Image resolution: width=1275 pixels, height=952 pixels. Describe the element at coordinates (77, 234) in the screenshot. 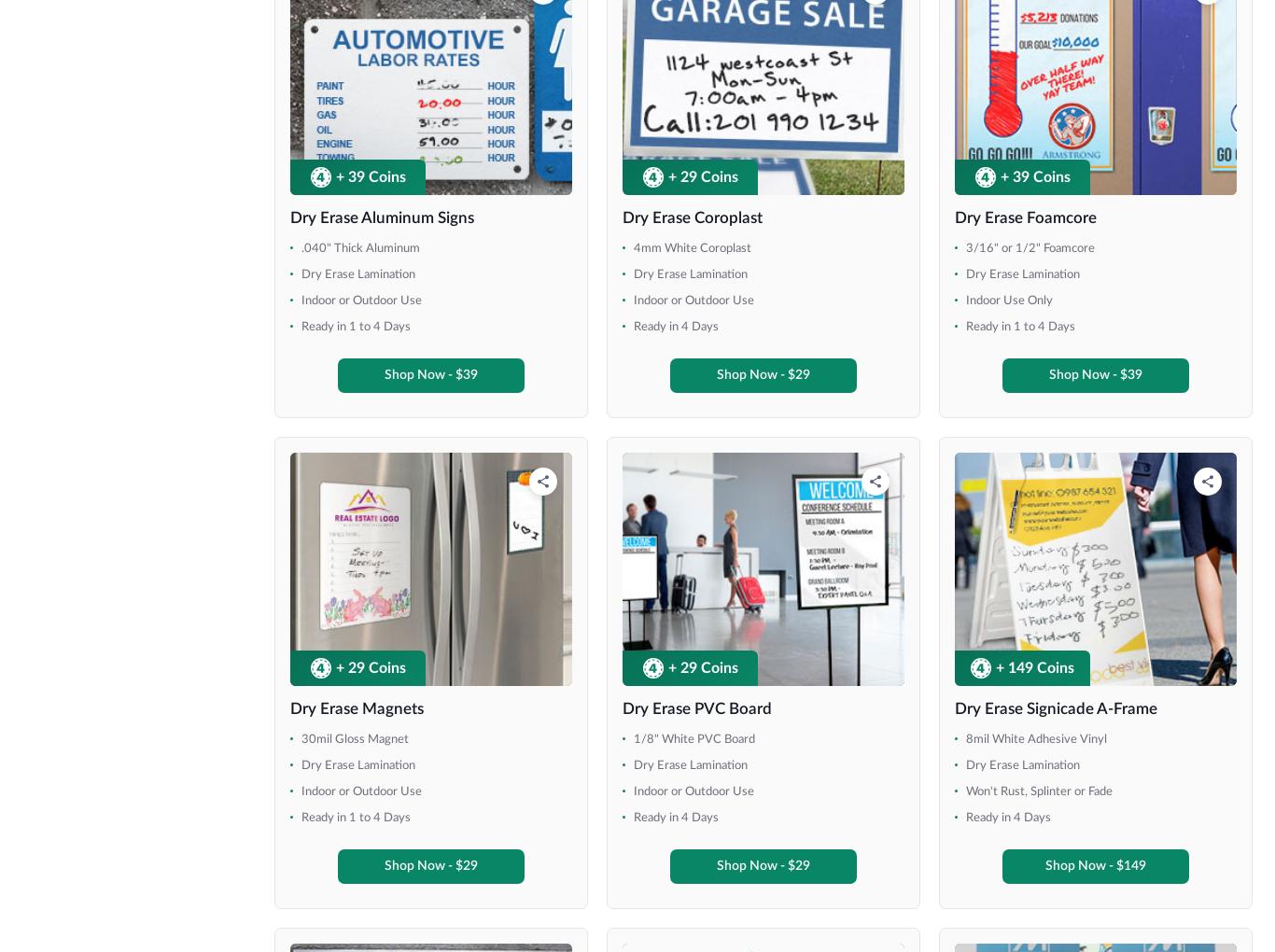

I see `'36" x 72"'` at that location.